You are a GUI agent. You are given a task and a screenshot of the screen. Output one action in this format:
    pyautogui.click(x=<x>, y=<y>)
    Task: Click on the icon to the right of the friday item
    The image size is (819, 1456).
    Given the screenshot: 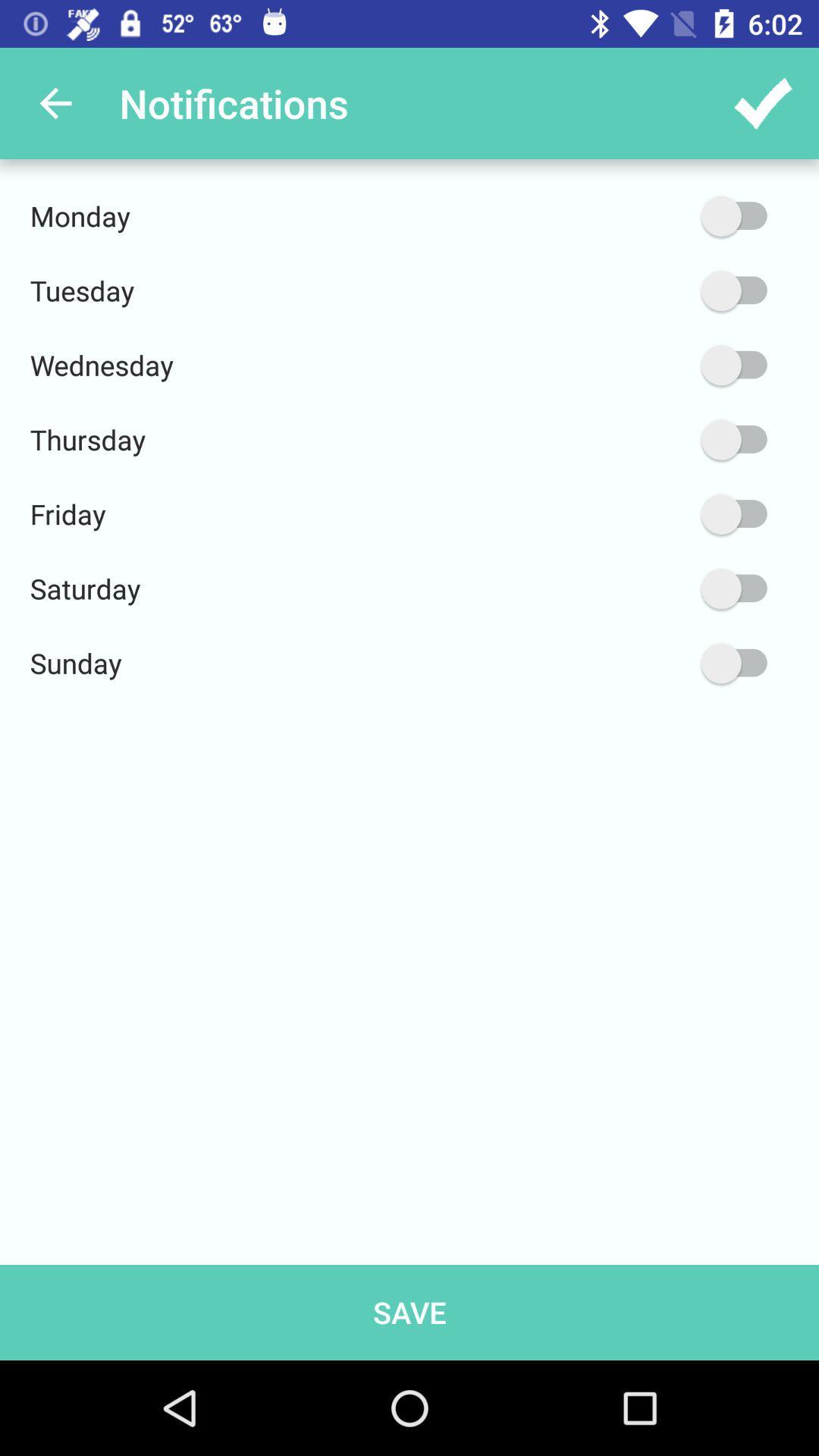 What is the action you would take?
    pyautogui.click(x=661, y=514)
    